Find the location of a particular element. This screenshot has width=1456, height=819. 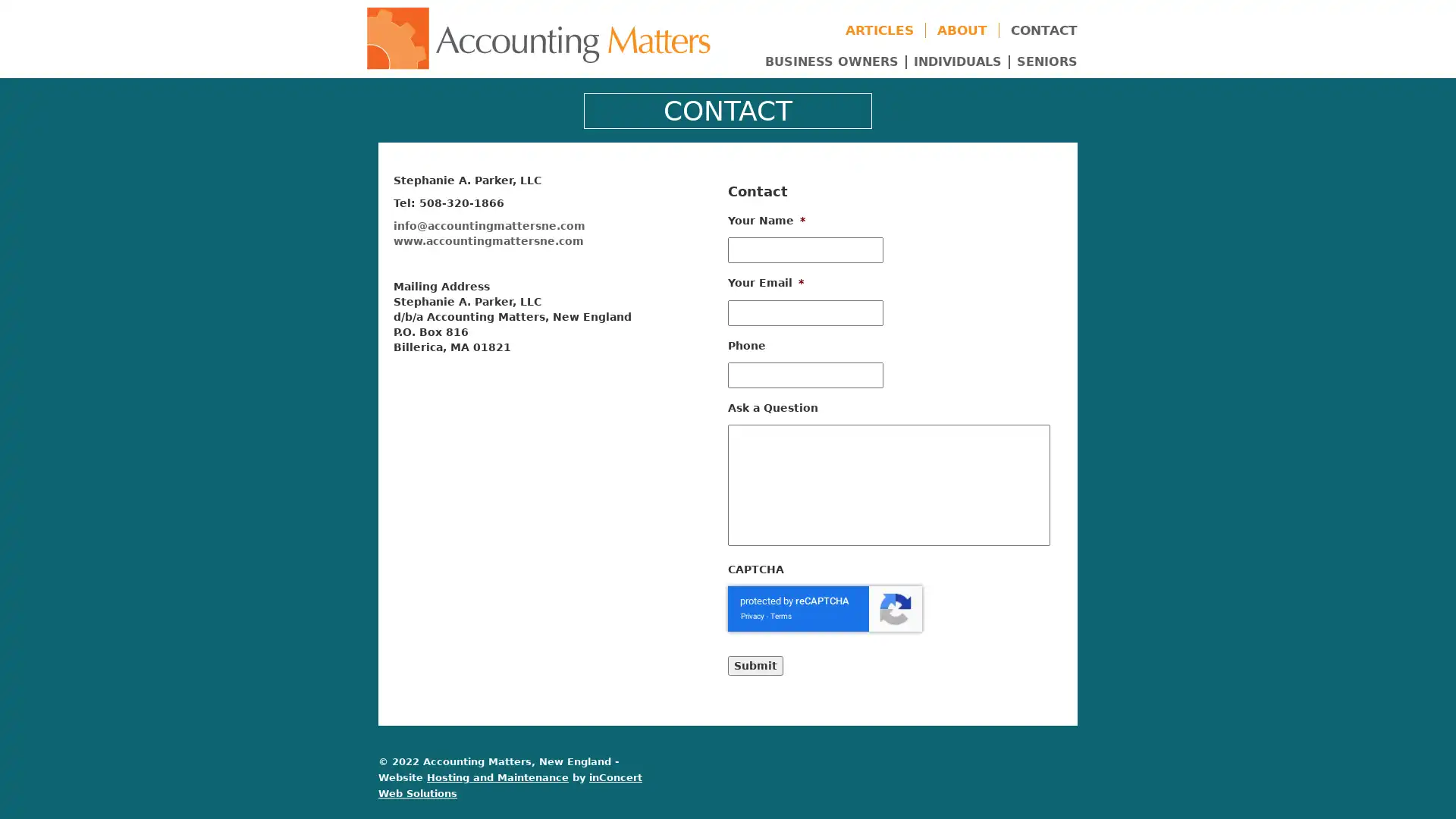

Submit is located at coordinates (755, 665).